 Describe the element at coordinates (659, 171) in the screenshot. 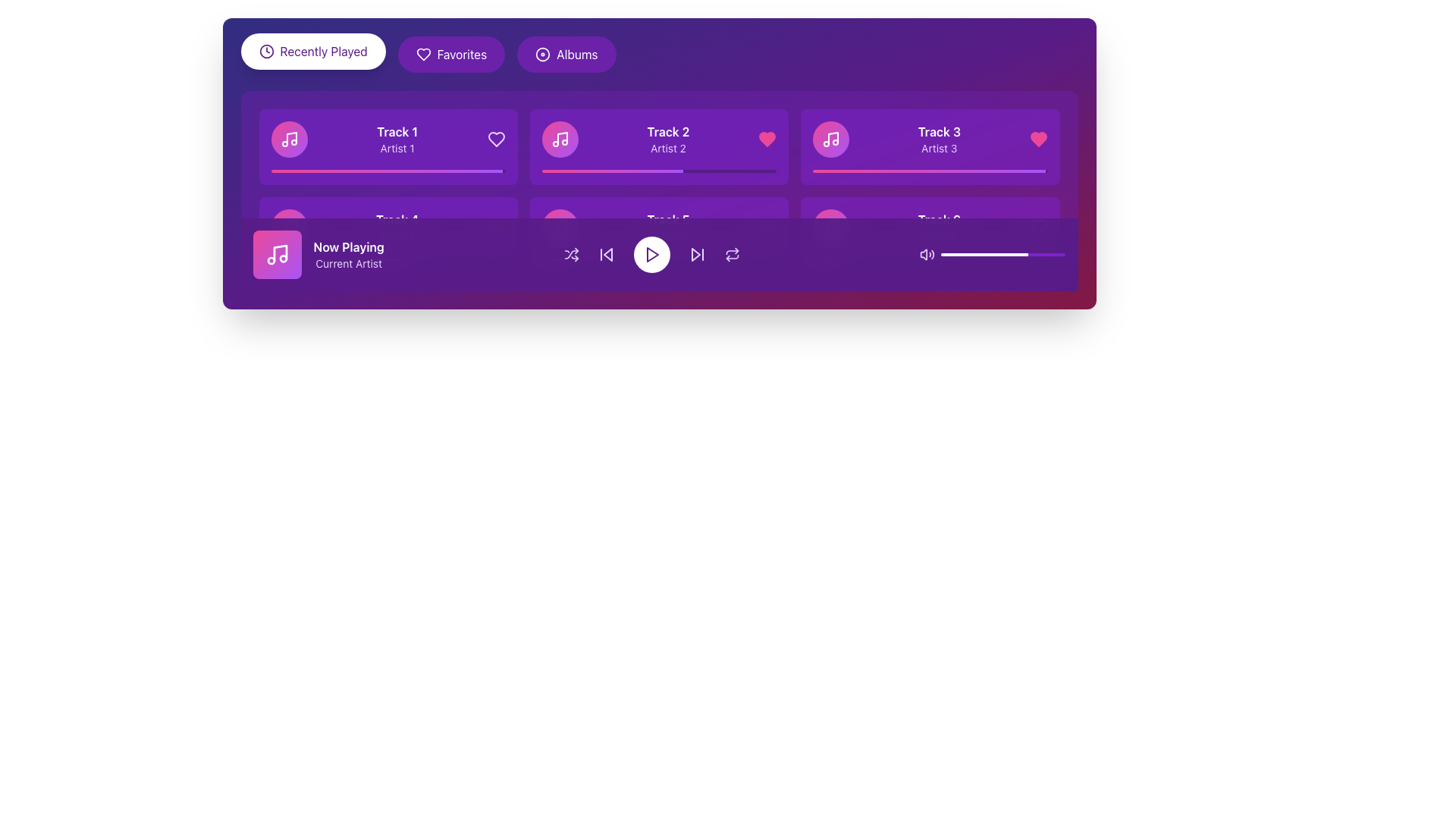

I see `the progress bar element styled with a purple gradient located beneath the title and artist details of 'Track 2' in the second column of the tracks section` at that location.